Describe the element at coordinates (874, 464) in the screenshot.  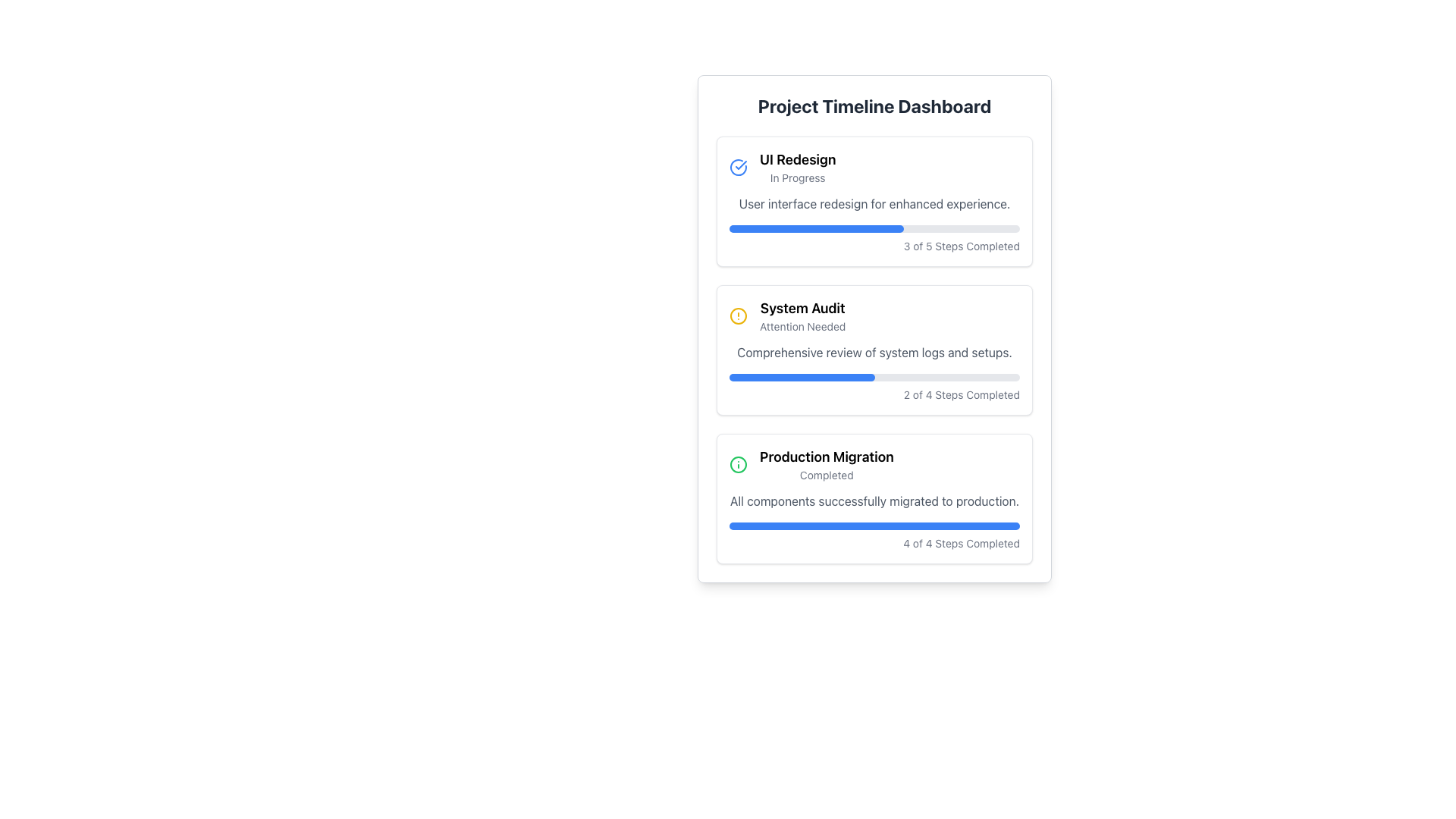
I see `the icon of the Composite element titled 'Production Migration'` at that location.